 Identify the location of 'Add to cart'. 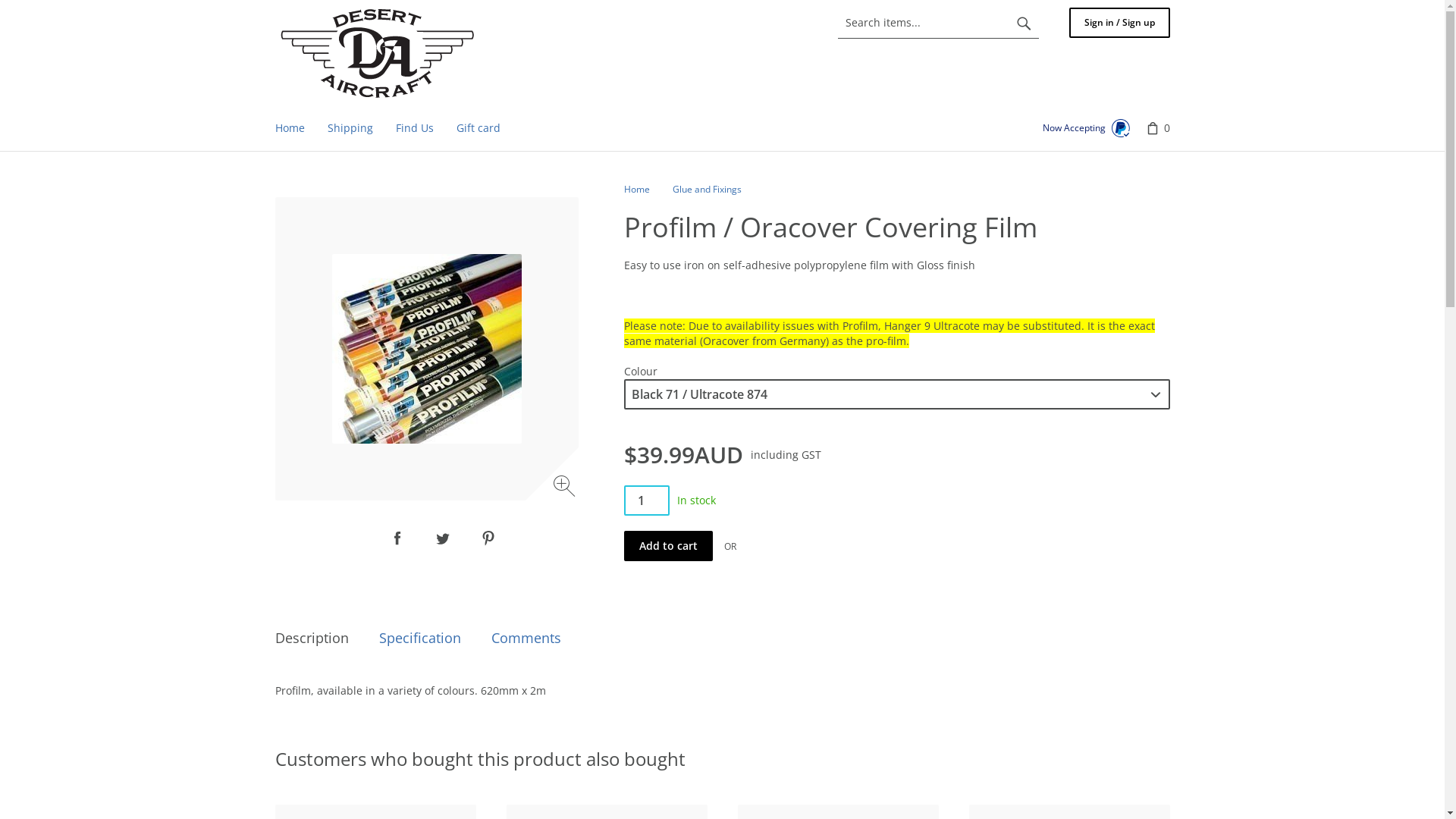
(623, 546).